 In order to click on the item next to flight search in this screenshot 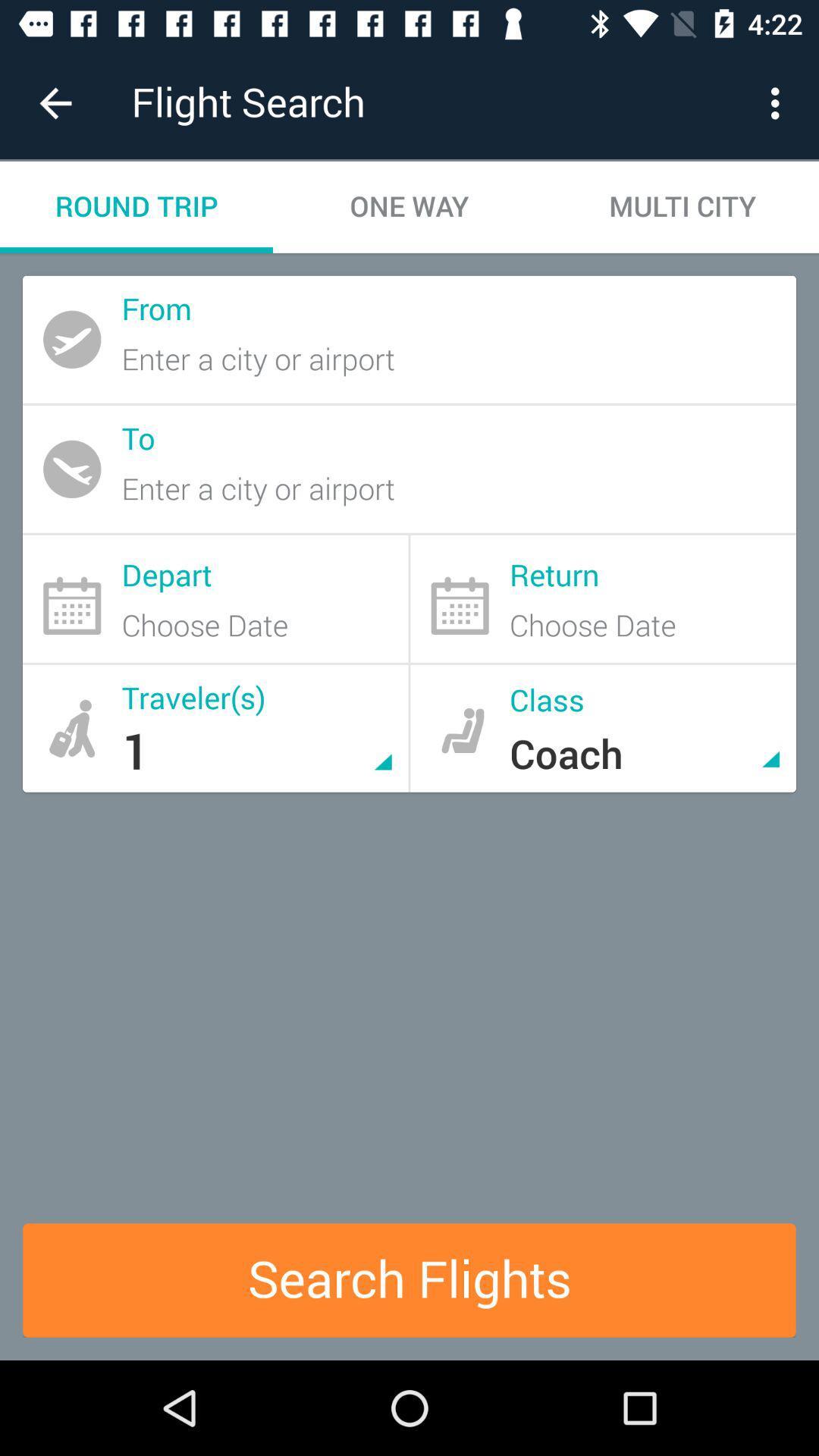, I will do `click(55, 102)`.